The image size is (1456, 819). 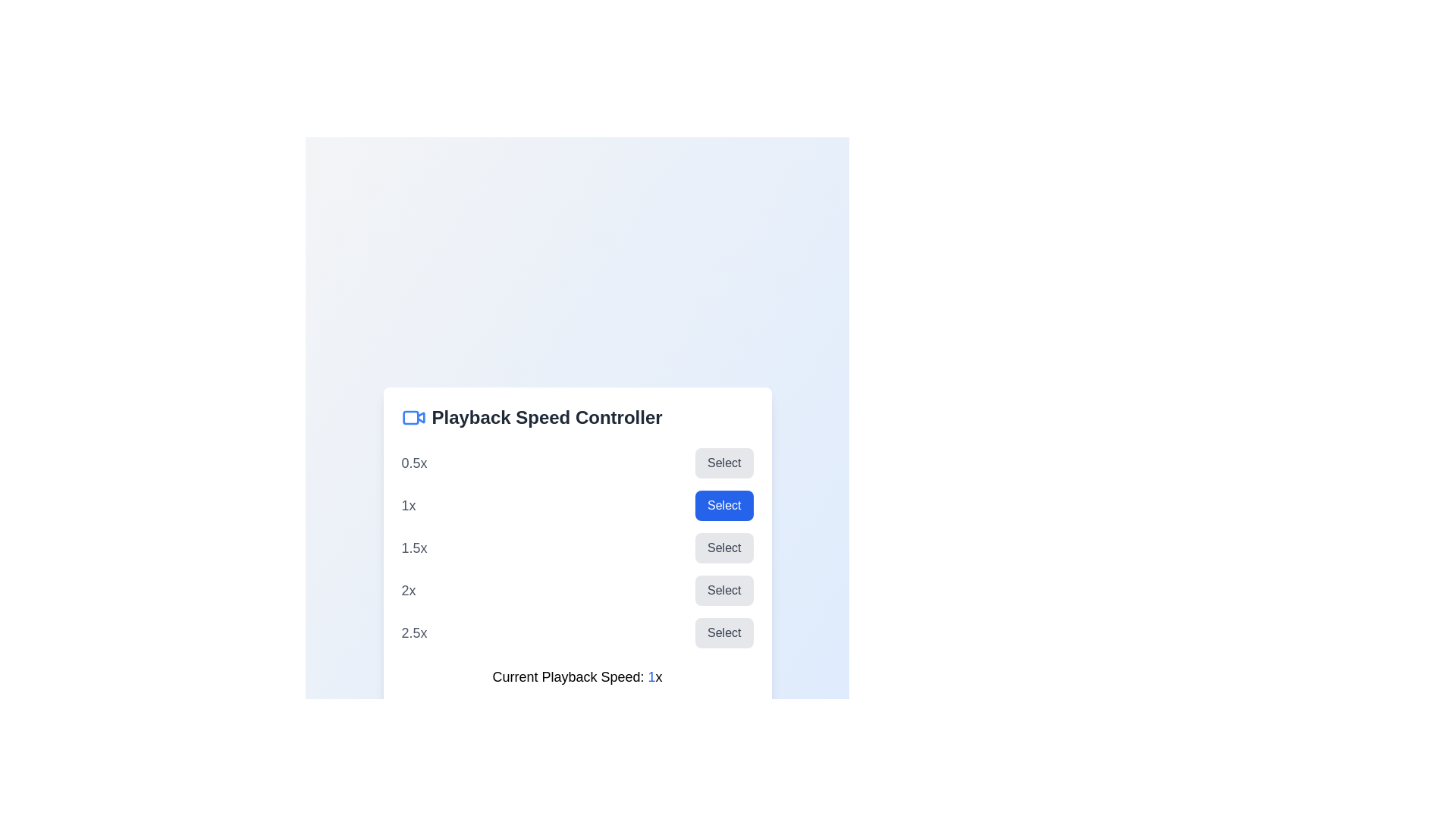 What do you see at coordinates (723, 632) in the screenshot?
I see `the rightmost button in the vertical list` at bounding box center [723, 632].